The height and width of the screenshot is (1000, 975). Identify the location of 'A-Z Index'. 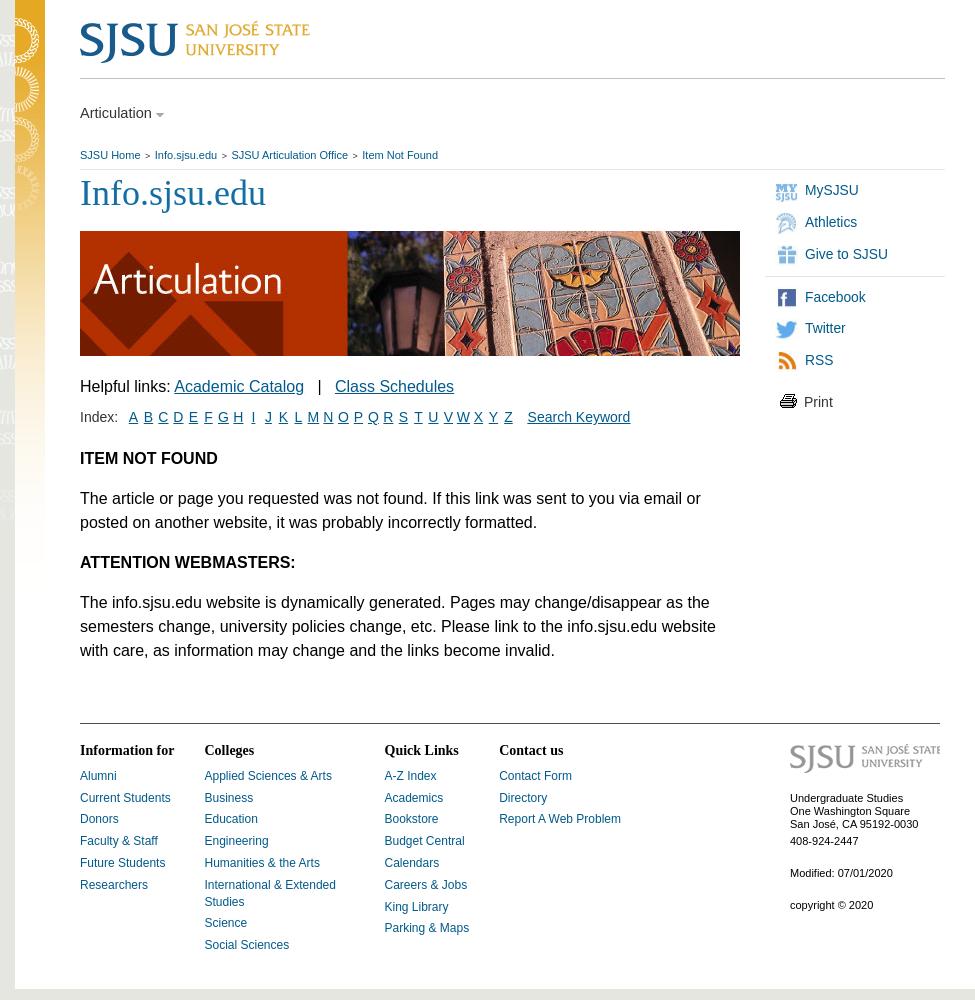
(409, 775).